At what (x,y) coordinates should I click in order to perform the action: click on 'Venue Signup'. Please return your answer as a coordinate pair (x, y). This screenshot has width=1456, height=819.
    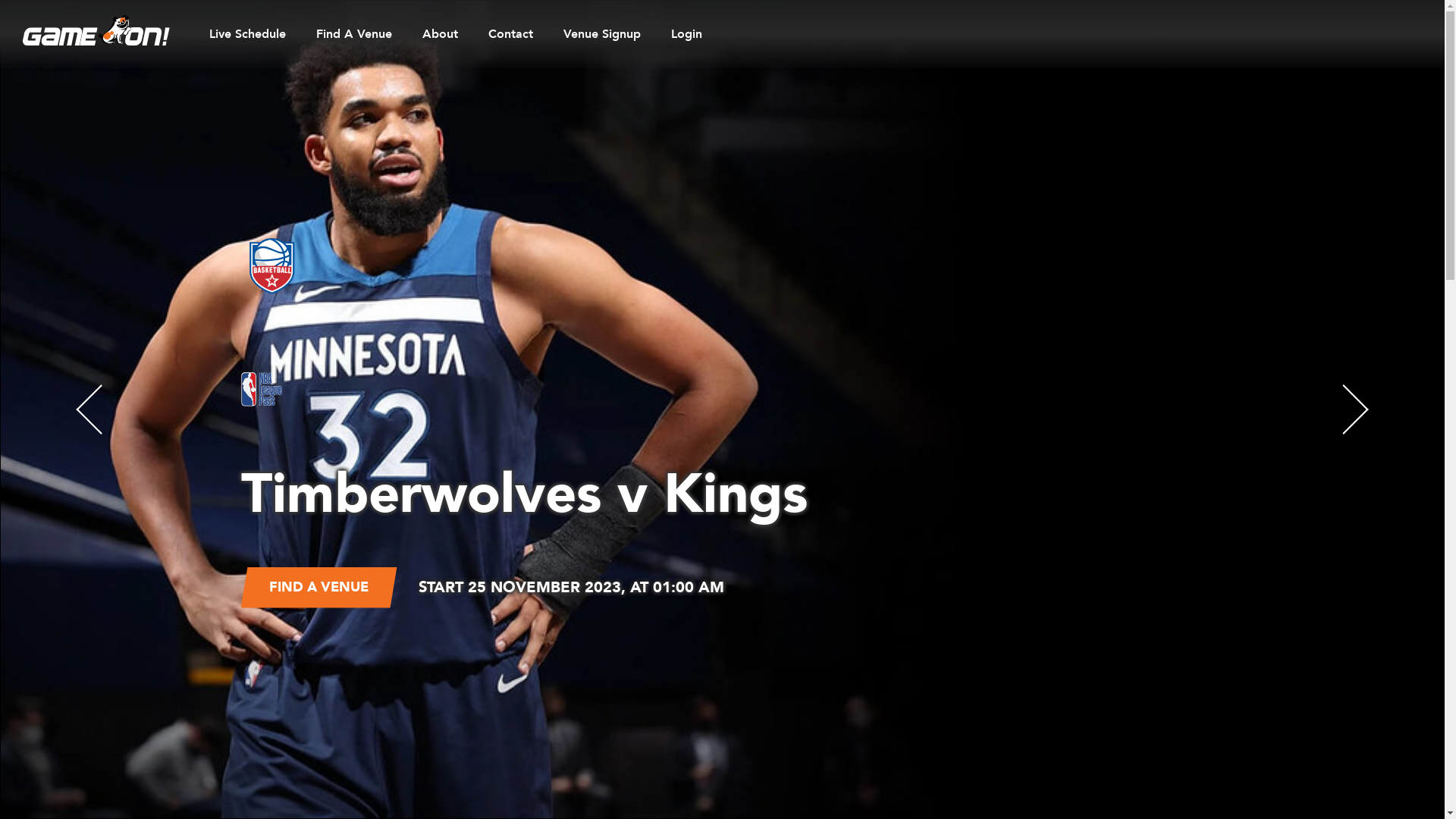
    Looking at the image, I should click on (563, 34).